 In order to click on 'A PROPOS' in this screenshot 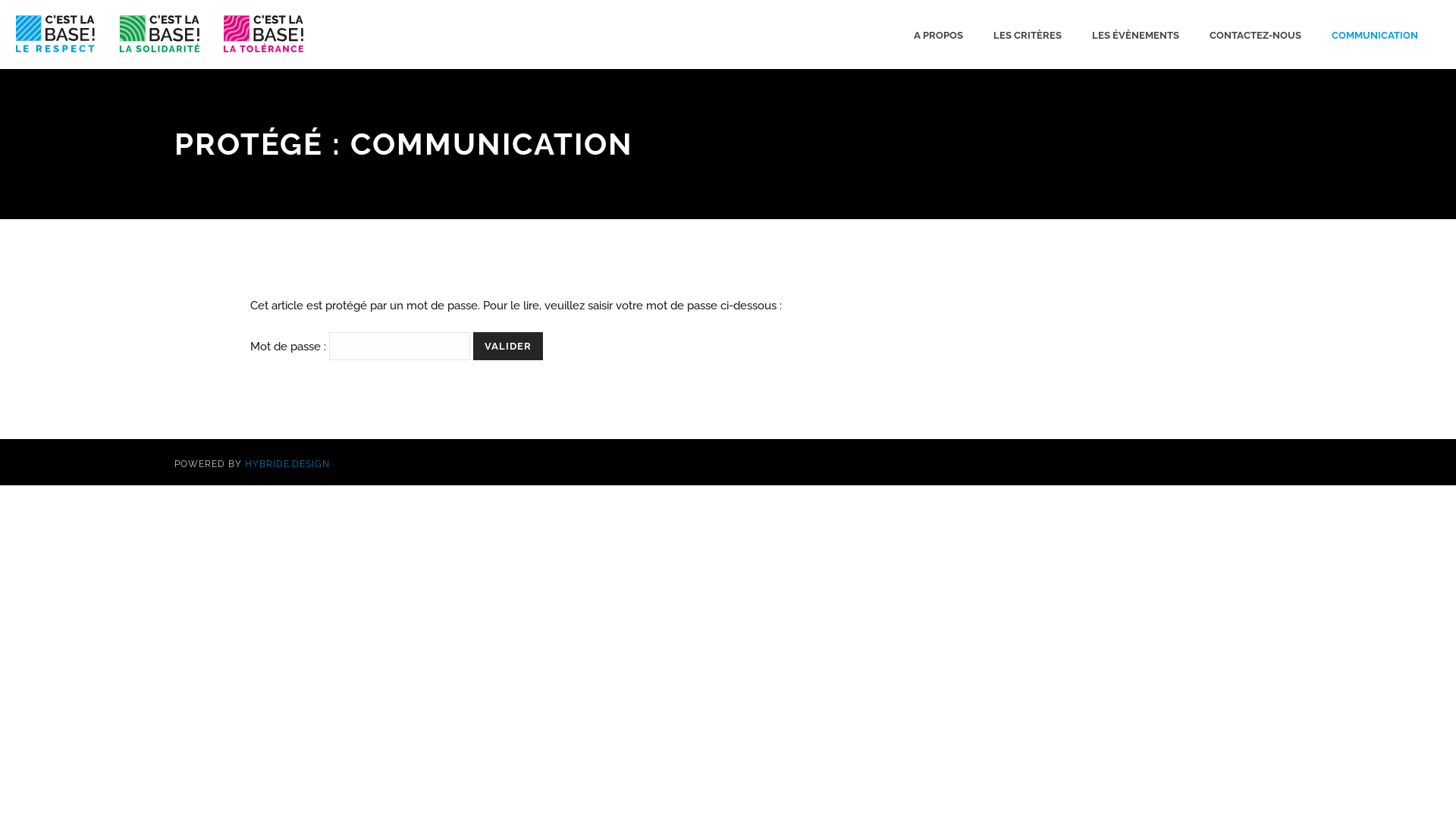, I will do `click(937, 34)`.